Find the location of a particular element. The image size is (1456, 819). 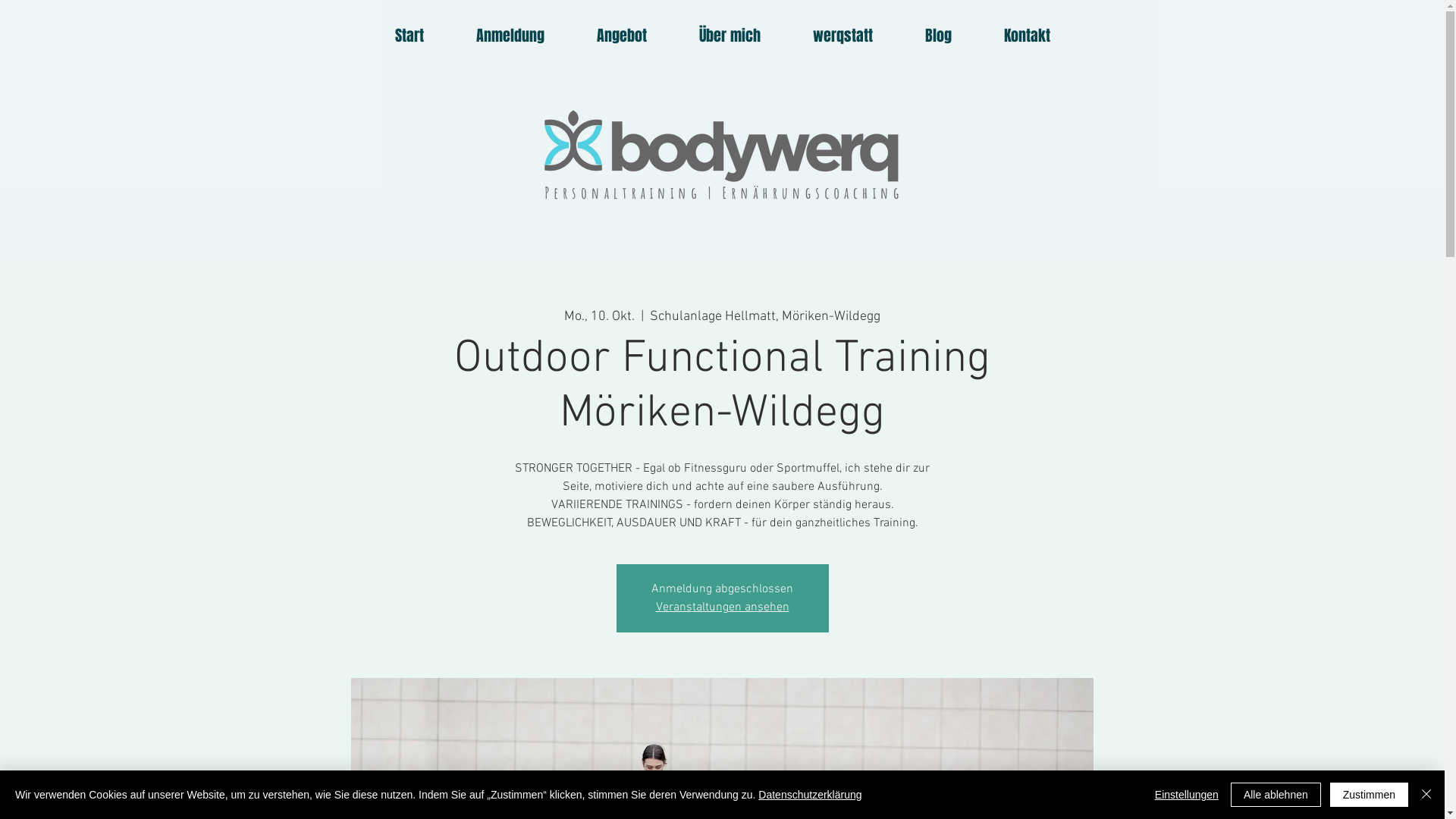

'Angebot' is located at coordinates (621, 34).